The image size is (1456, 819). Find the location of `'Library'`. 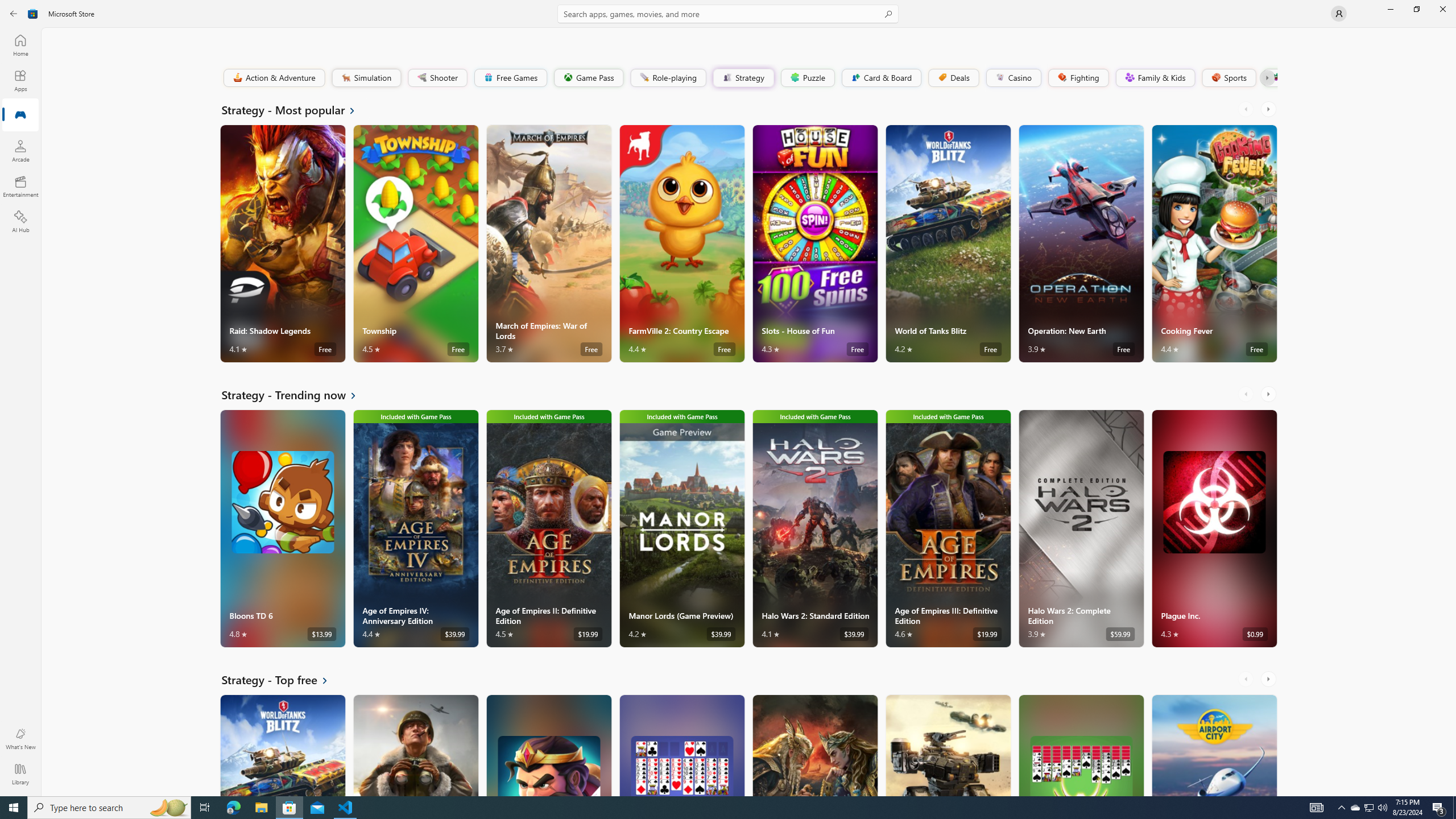

'Library' is located at coordinates (19, 773).